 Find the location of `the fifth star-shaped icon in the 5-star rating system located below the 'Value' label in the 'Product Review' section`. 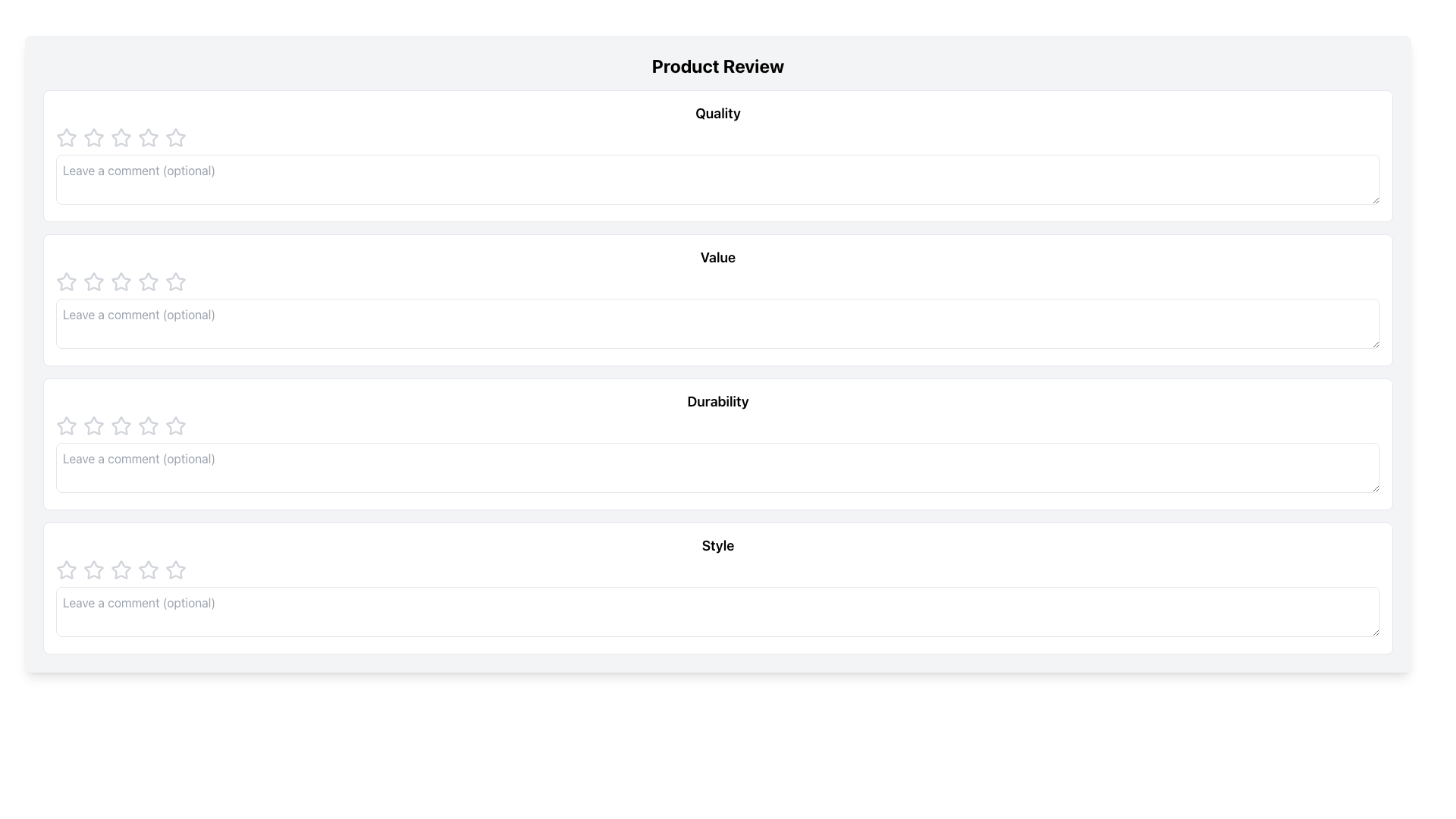

the fifth star-shaped icon in the 5-star rating system located below the 'Value' label in the 'Product Review' section is located at coordinates (149, 281).